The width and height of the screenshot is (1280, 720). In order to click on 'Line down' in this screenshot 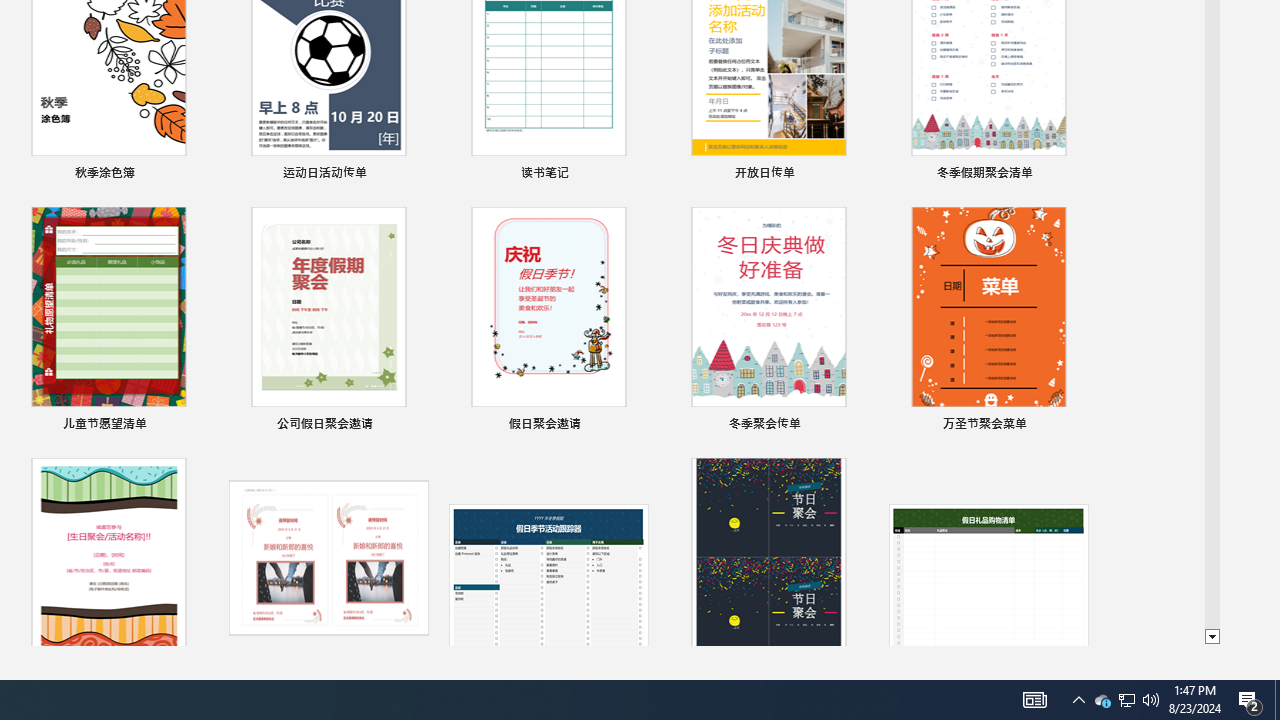, I will do `click(1211, 637)`.